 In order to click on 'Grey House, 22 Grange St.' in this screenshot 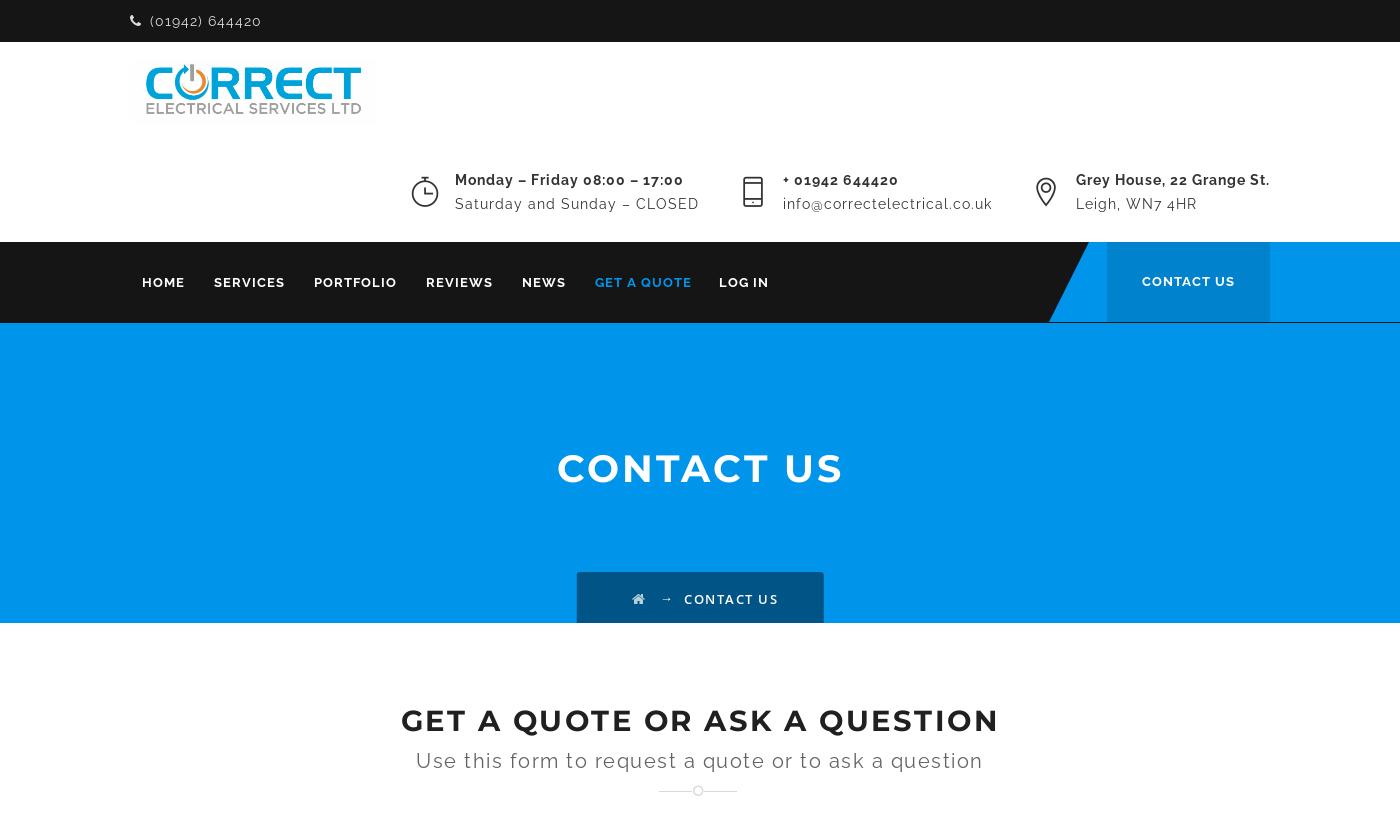, I will do `click(1173, 180)`.